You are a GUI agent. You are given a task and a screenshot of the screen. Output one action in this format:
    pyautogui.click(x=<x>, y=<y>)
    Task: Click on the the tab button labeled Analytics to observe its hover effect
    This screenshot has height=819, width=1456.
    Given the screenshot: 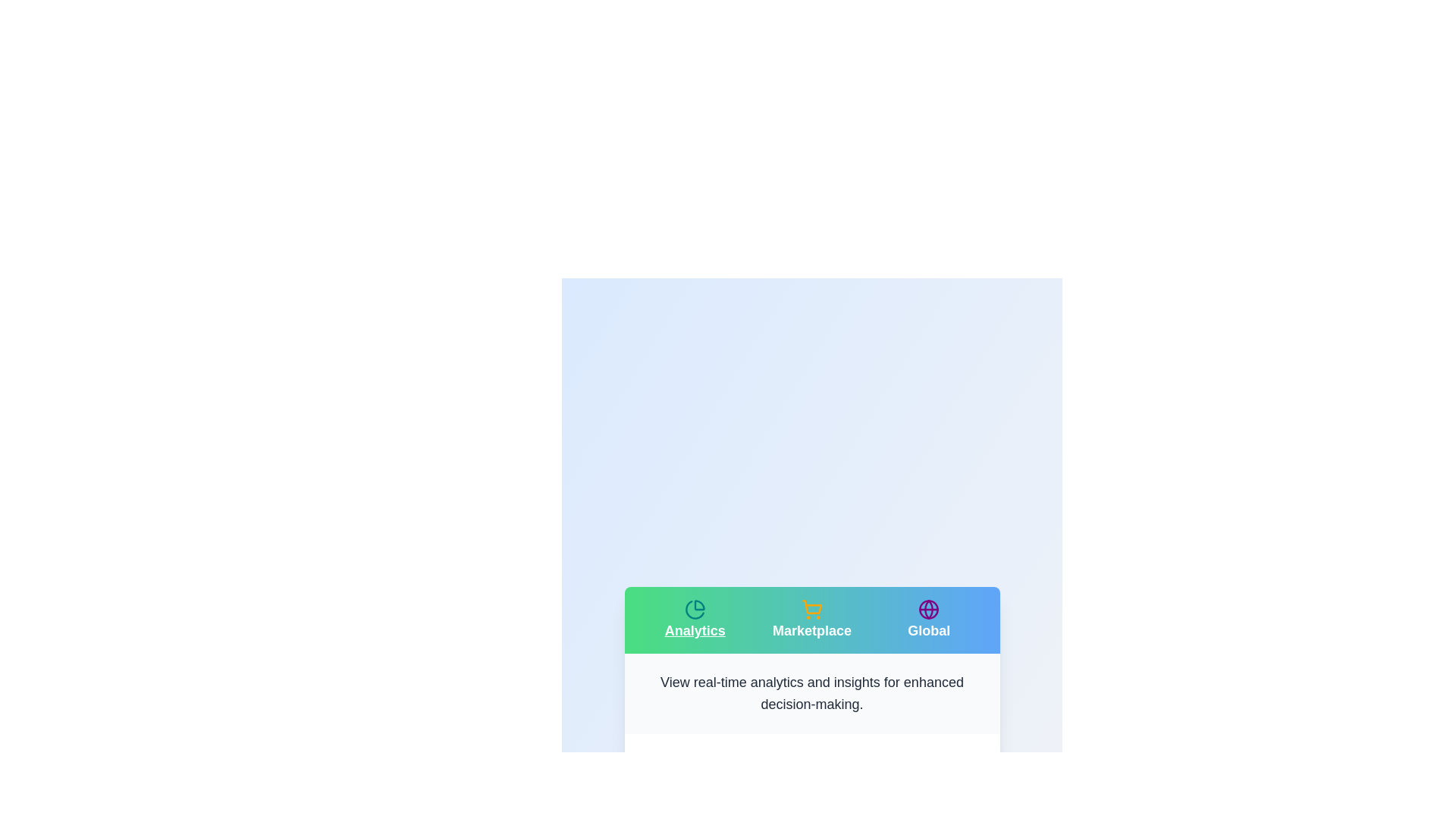 What is the action you would take?
    pyautogui.click(x=694, y=620)
    